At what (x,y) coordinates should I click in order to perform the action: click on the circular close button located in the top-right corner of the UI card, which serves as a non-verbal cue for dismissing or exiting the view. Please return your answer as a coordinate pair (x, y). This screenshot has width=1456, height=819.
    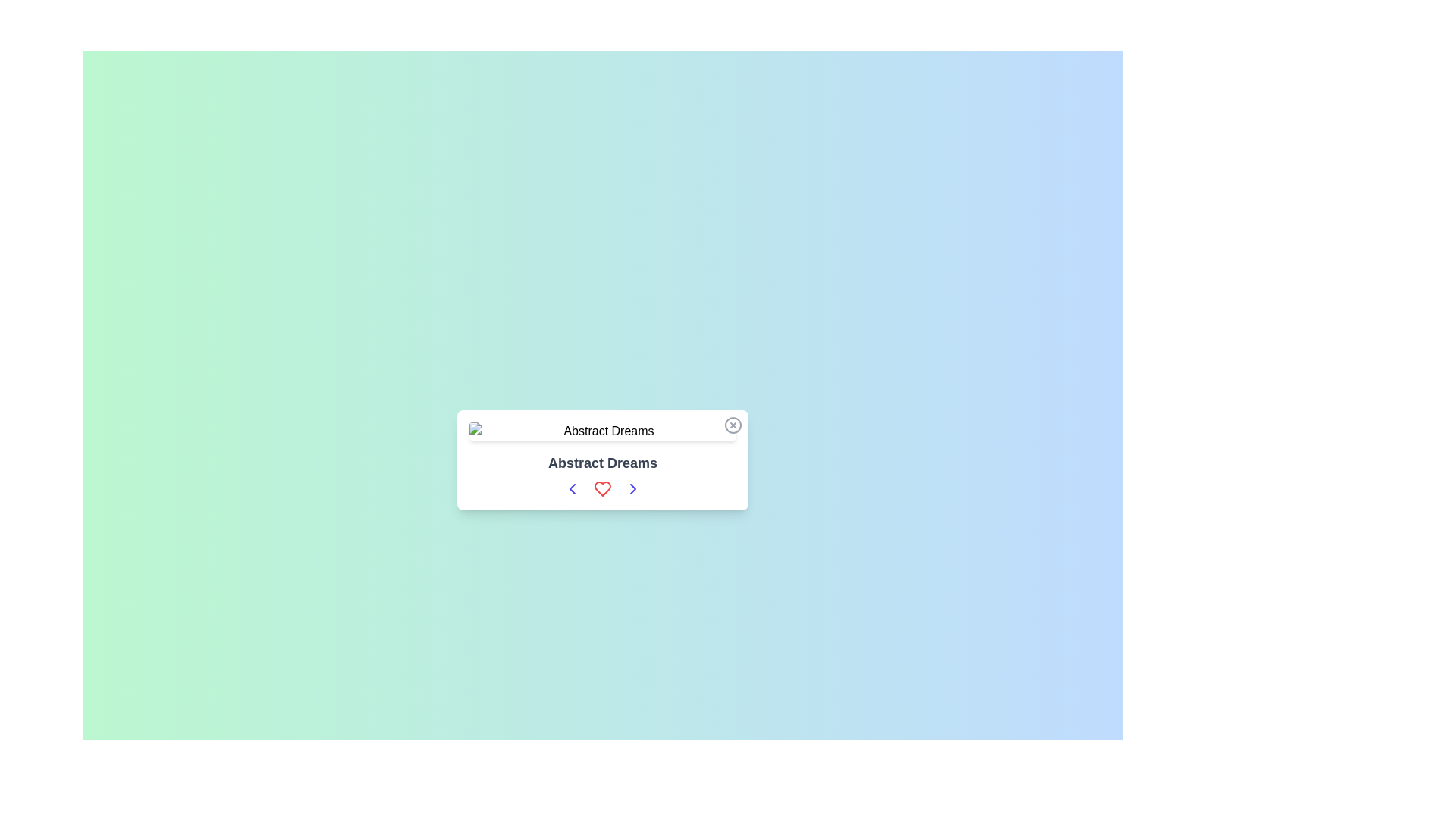
    Looking at the image, I should click on (733, 425).